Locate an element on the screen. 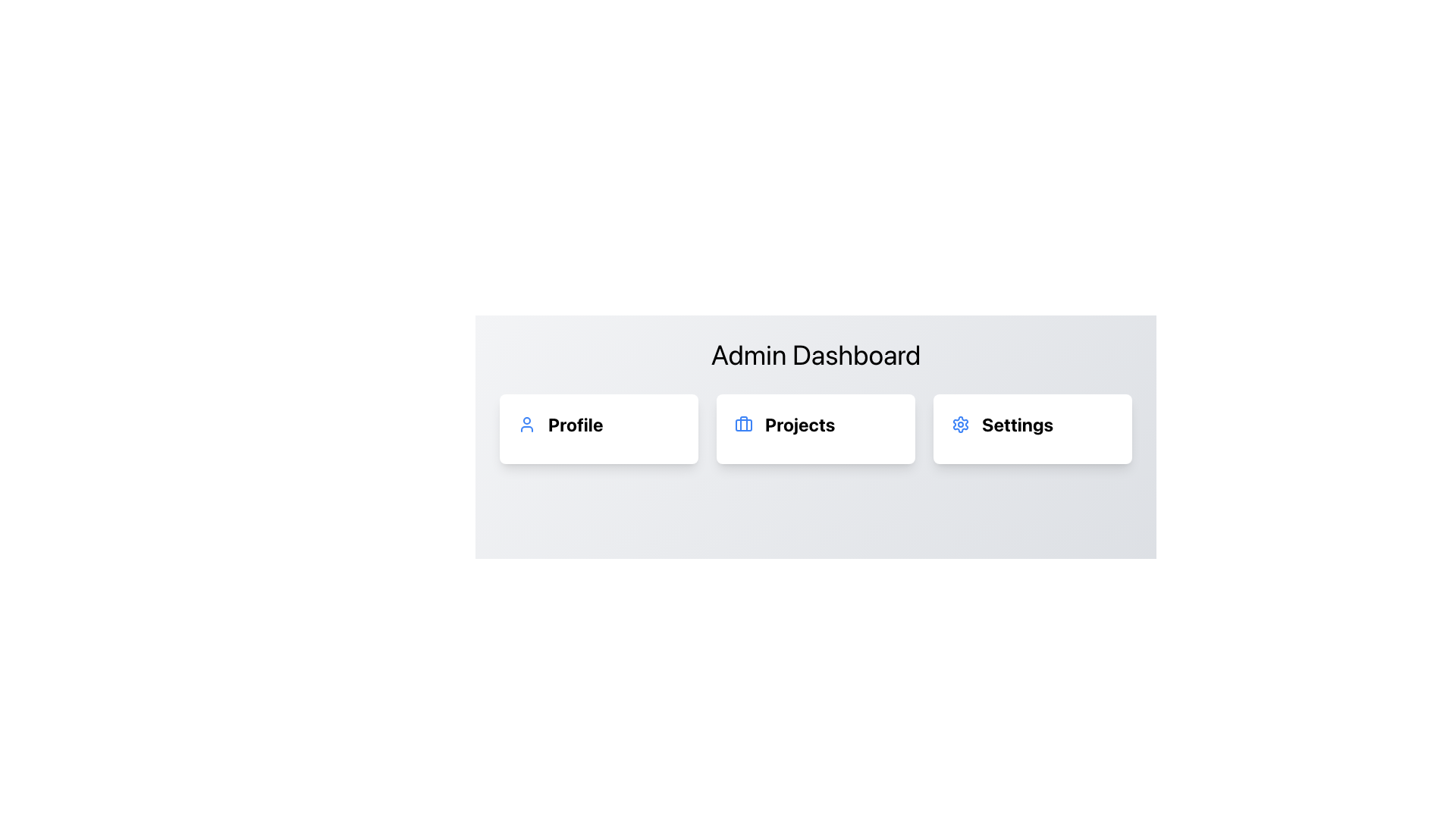 The image size is (1456, 819). the blue gear icon located within the rightmost card labeled 'Settings' is located at coordinates (960, 424).